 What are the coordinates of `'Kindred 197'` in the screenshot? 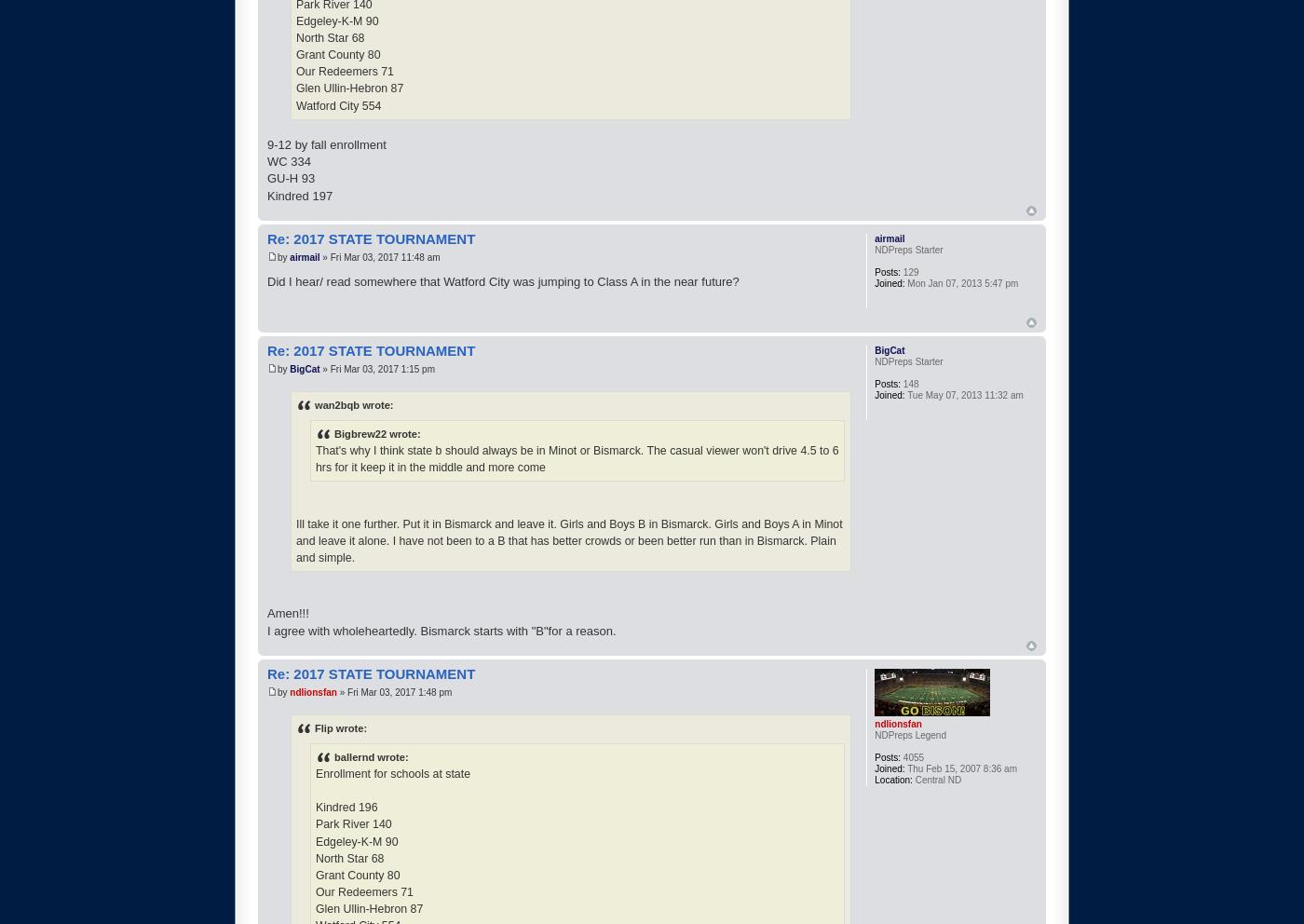 It's located at (300, 195).